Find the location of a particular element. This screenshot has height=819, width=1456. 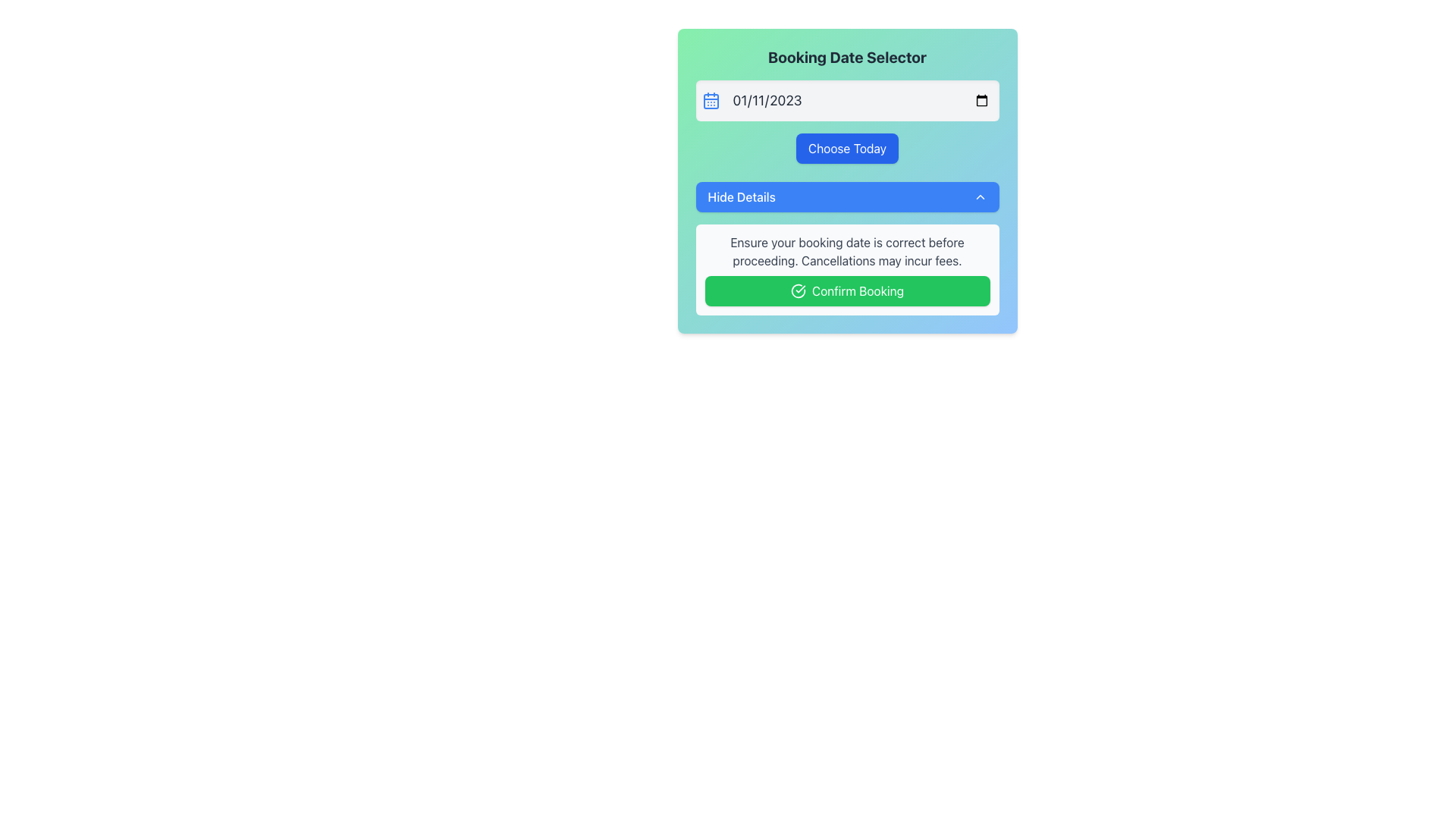

text for booking information from the complex UI element containing a text block and a green 'Confirm Booking' button, located below the 'Hide Details' button is located at coordinates (846, 268).